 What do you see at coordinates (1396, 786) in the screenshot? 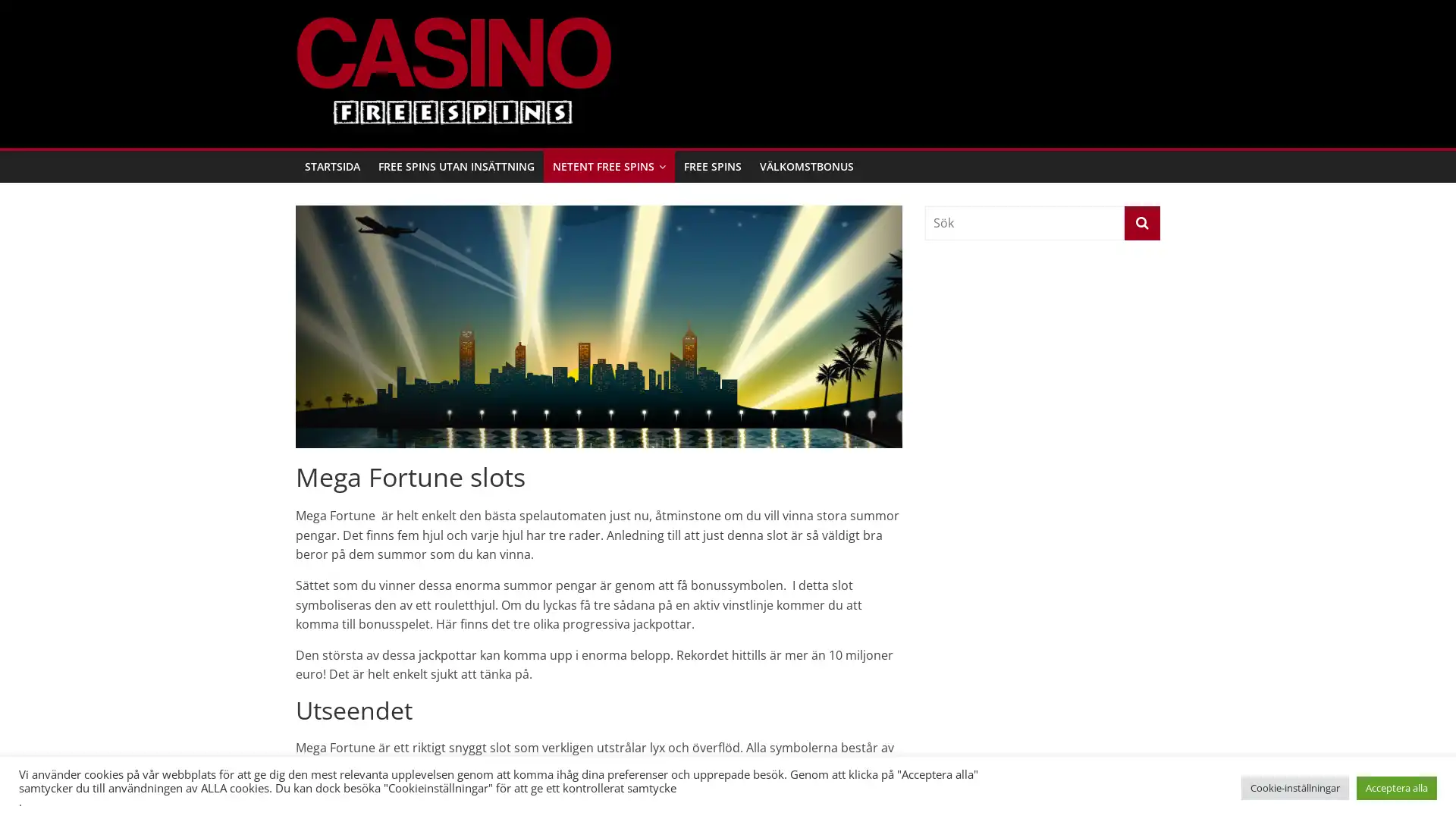
I see `Acceptera alla` at bounding box center [1396, 786].